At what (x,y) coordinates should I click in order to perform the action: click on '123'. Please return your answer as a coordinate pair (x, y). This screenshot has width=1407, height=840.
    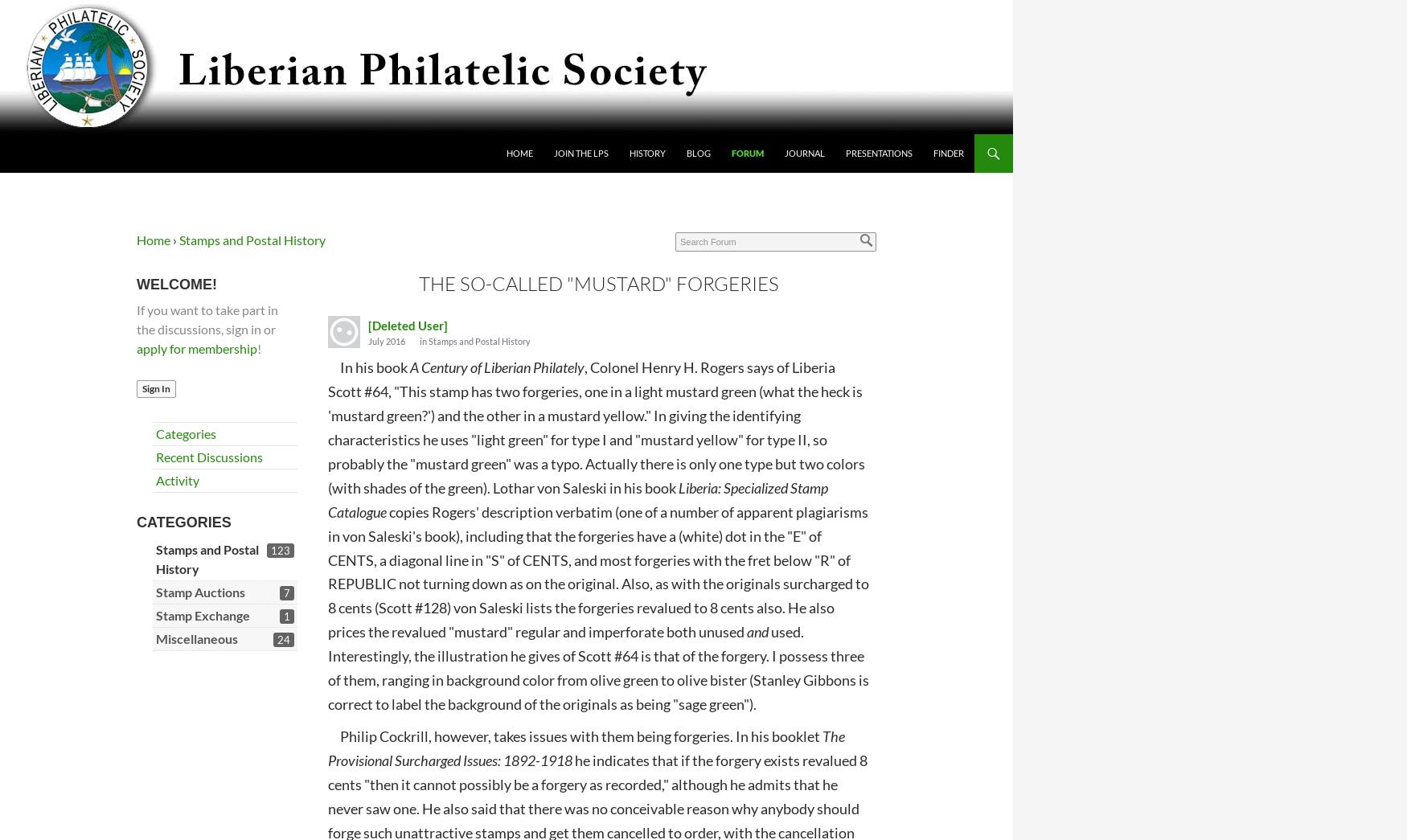
    Looking at the image, I should click on (270, 550).